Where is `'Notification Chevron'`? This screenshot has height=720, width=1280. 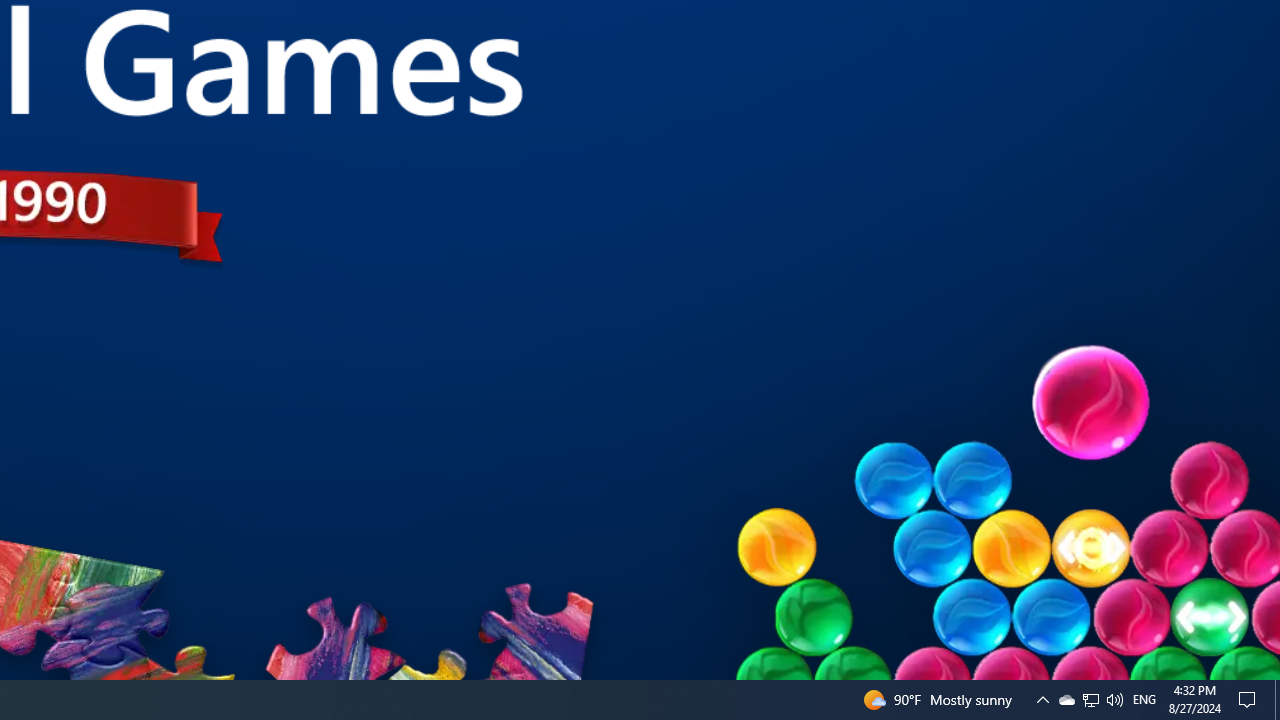 'Notification Chevron' is located at coordinates (1041, 698).